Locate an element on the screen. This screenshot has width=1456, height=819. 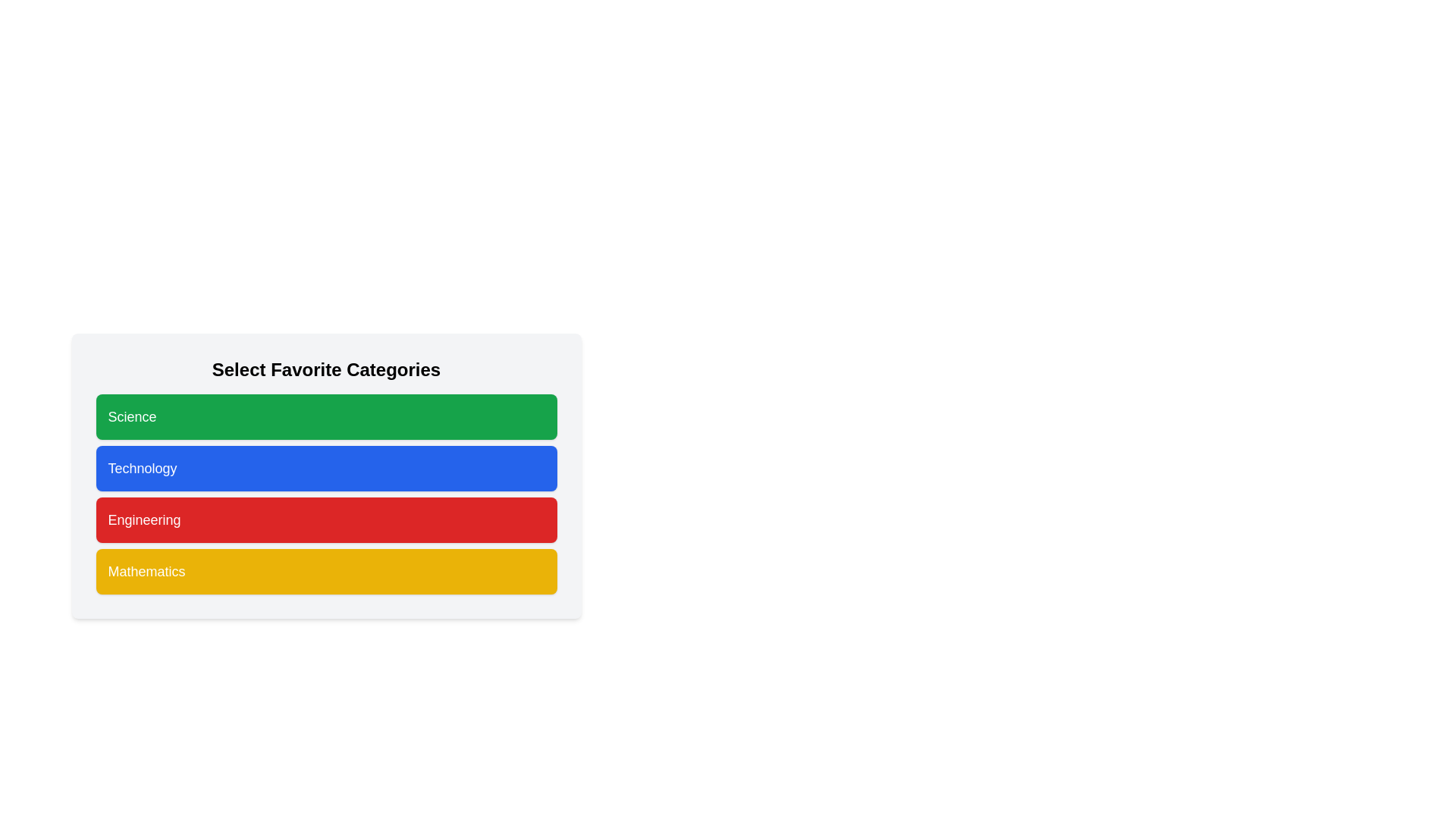
the blue rectangular button labeled 'Technology', which is the second button from the top in the 'Select Favorite Categories' section is located at coordinates (325, 474).